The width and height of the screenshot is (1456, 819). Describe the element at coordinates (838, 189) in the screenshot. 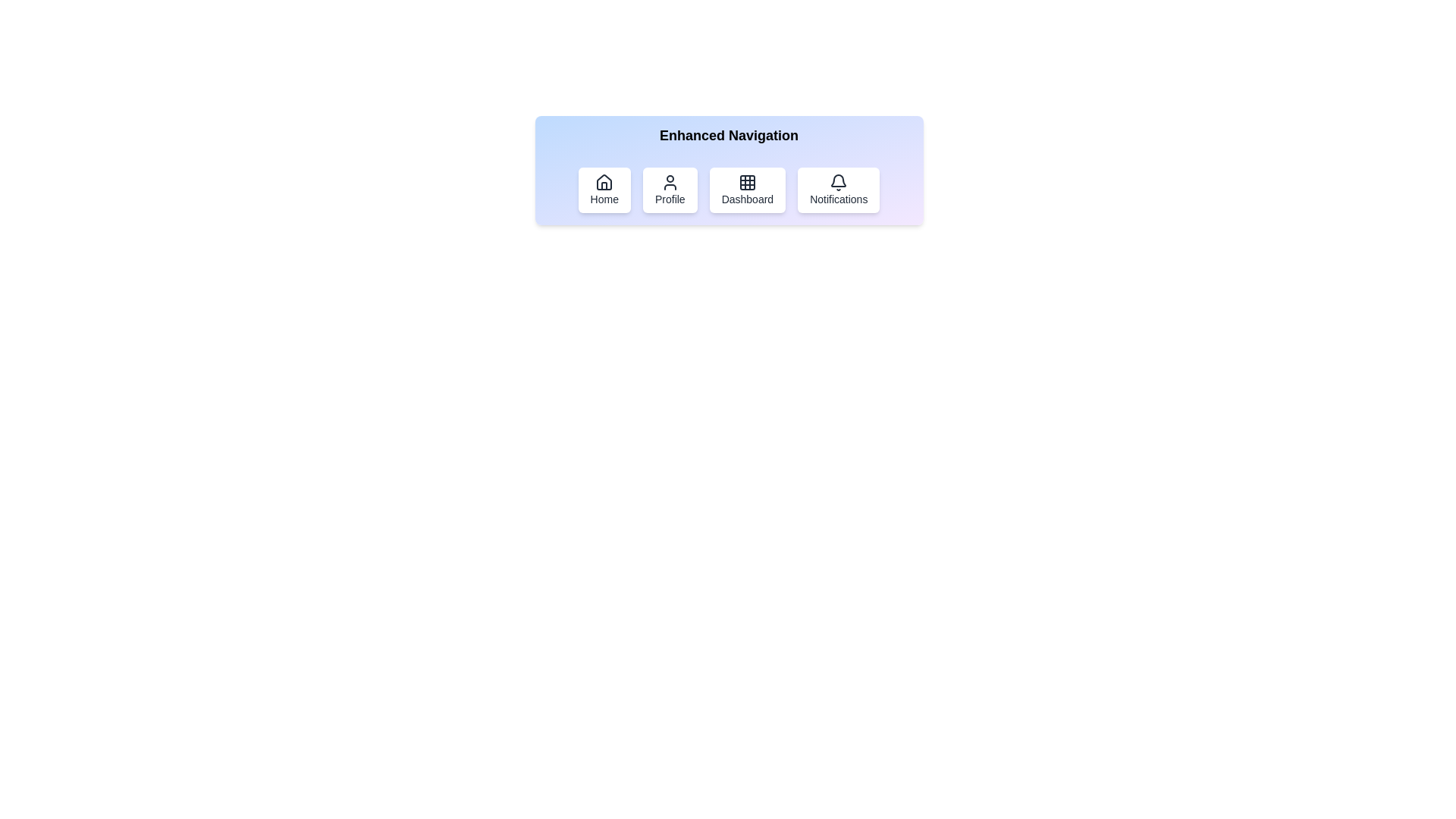

I see `the 'Notifications' button, which is a white rounded rectangle with a black bell icon and dark gray text beneath it, located at the far-right of the navigation buttons` at that location.